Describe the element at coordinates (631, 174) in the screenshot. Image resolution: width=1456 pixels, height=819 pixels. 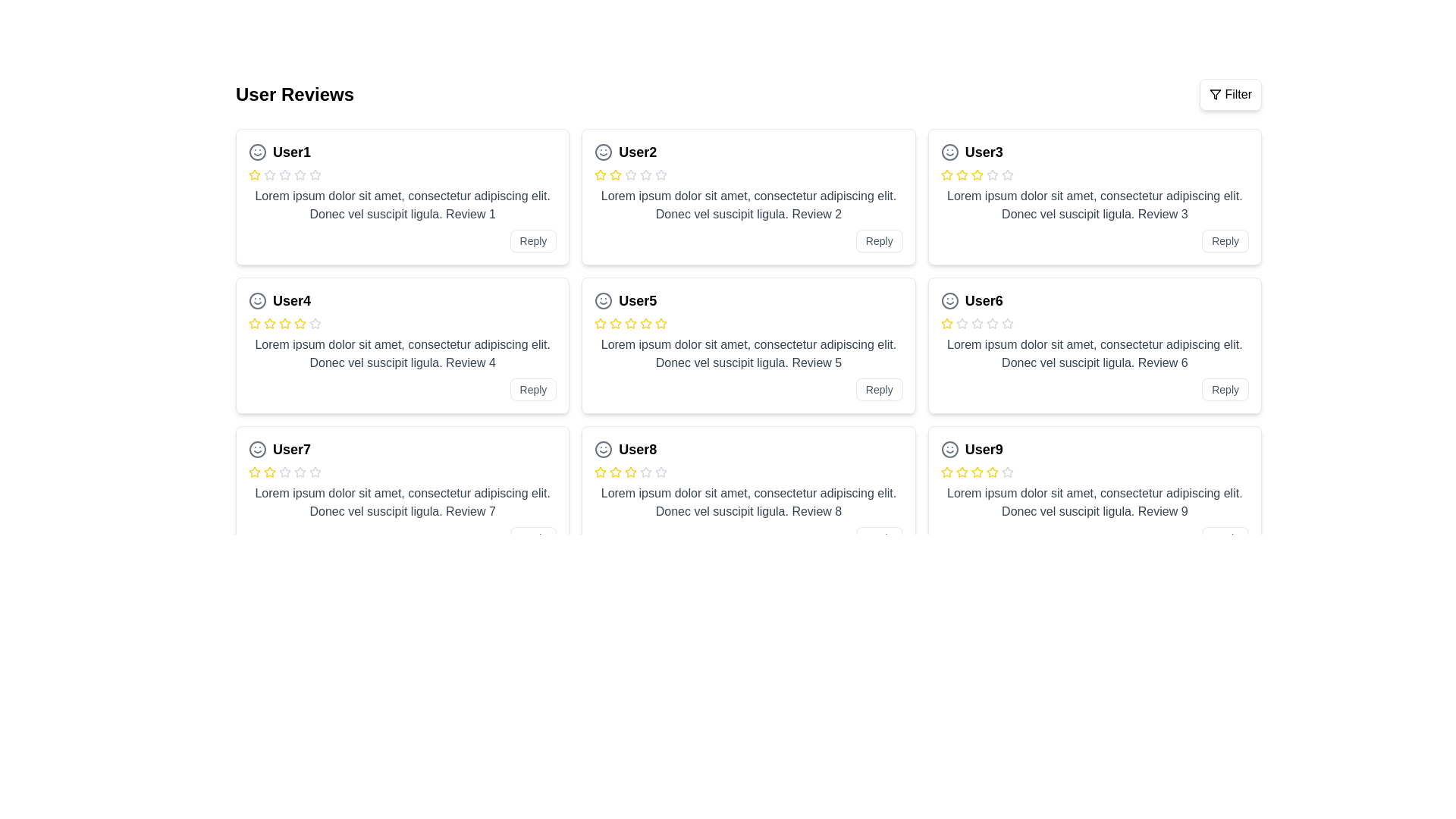
I see `the unhighlighted star icon in the user review rating system for 'User2' to enhance accessibility` at that location.